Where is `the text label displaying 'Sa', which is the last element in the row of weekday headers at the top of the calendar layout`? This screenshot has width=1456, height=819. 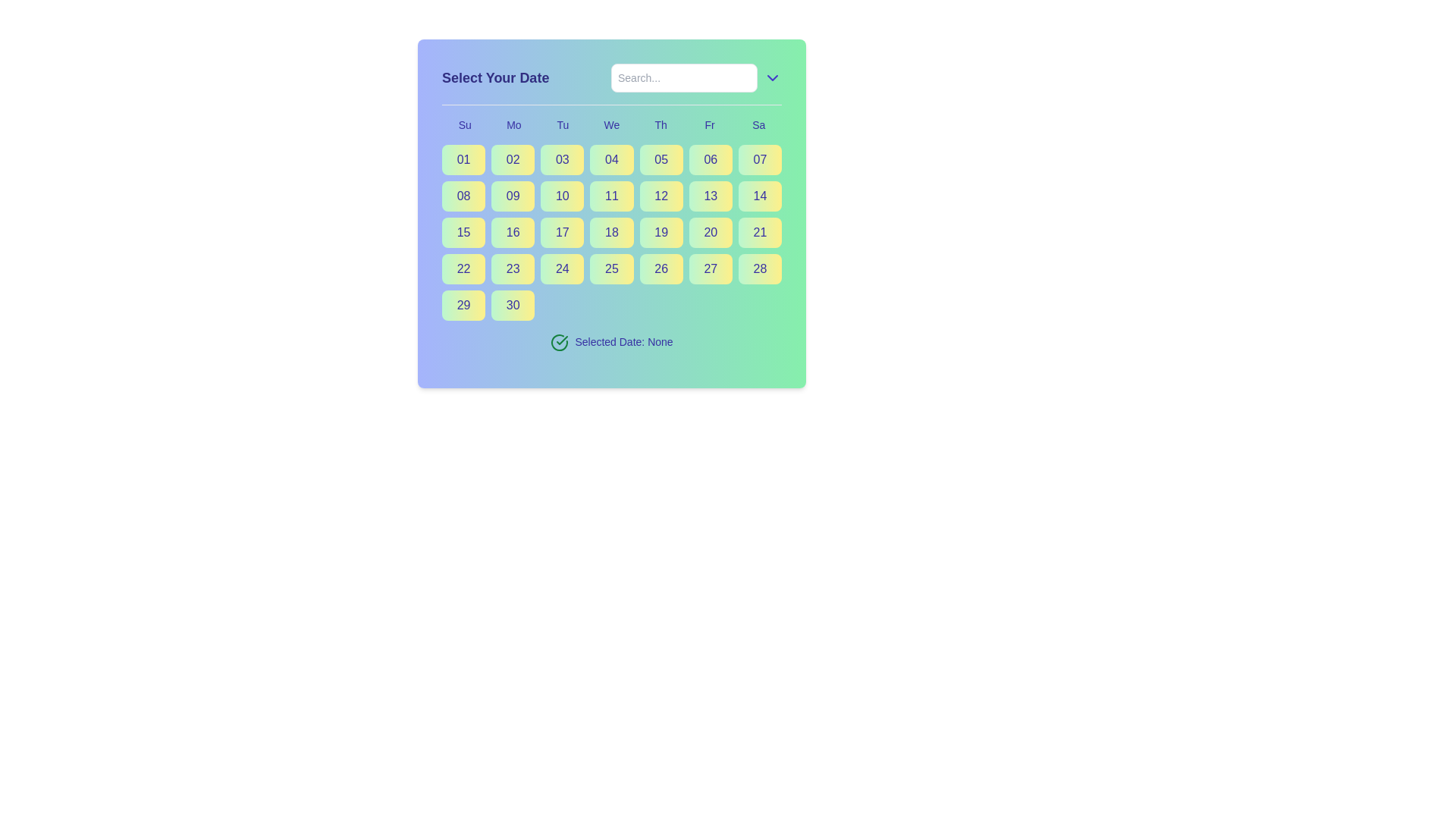
the text label displaying 'Sa', which is the last element in the row of weekday headers at the top of the calendar layout is located at coordinates (758, 124).